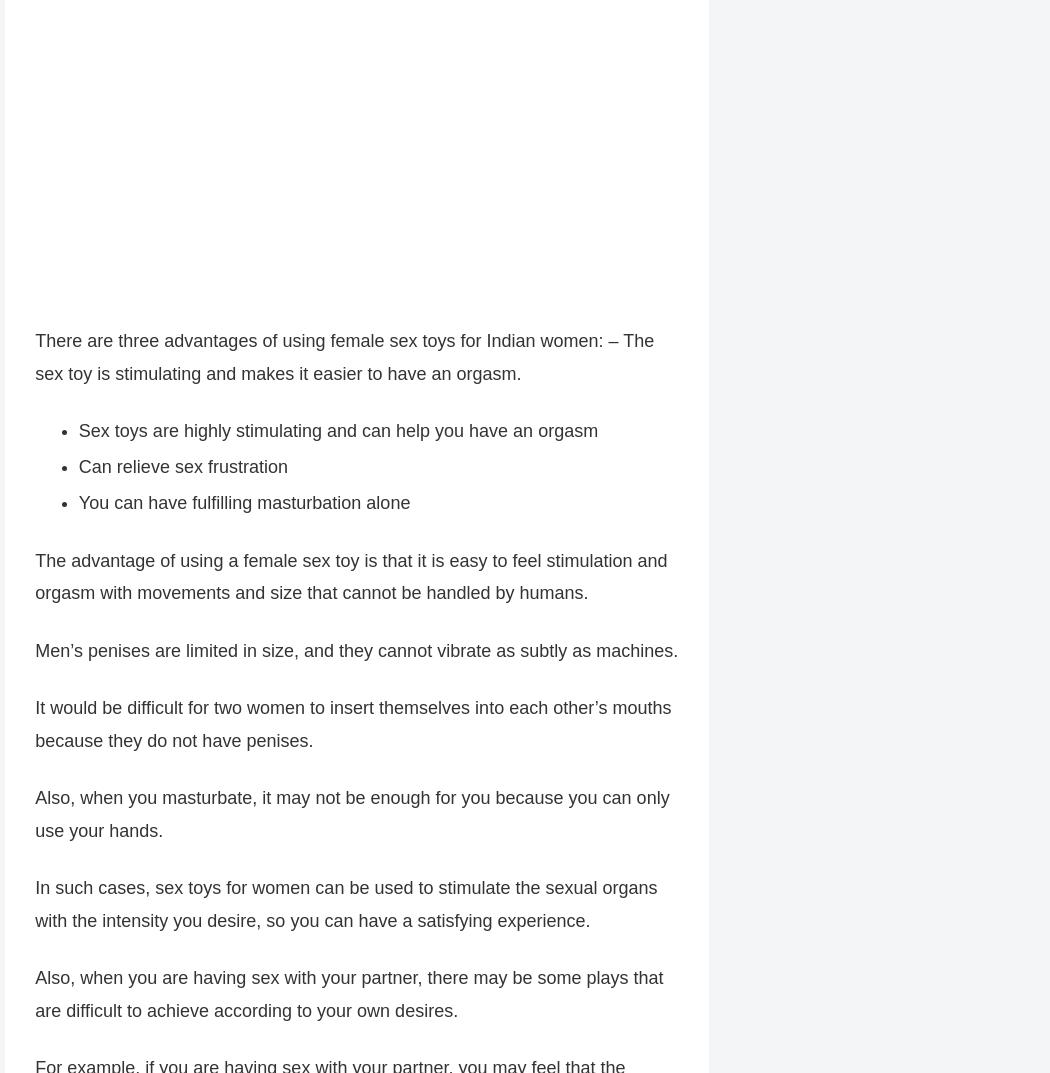  I want to click on 'Men’s penises are limited in size, and they cannot vibrate as subtly as machines.', so click(34, 652).